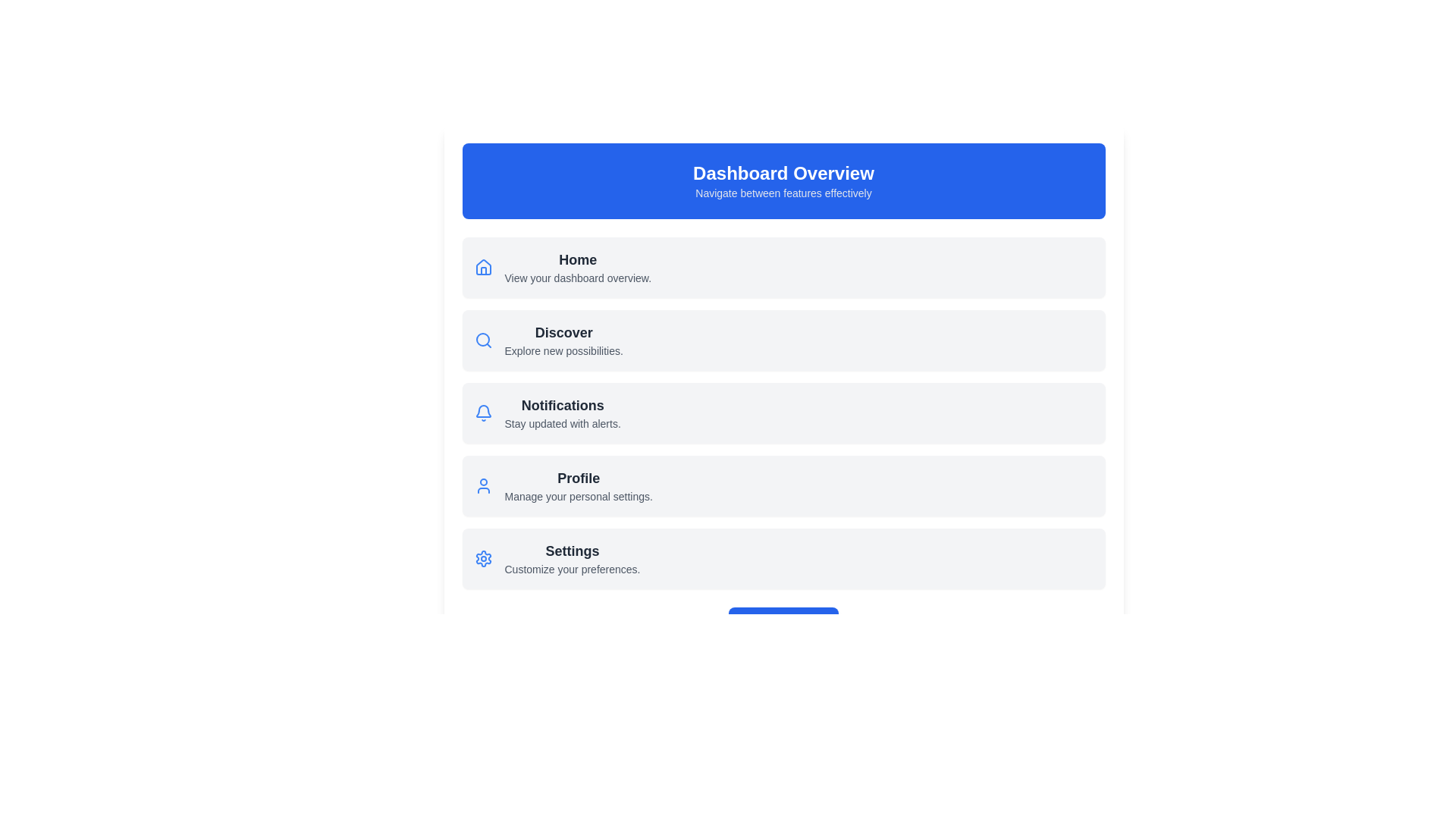 The width and height of the screenshot is (1456, 819). Describe the element at coordinates (577, 267) in the screenshot. I see `the 'Home' label and its accompanying description, which is styled with a modern design and located below the 'Dashboard Overview' title` at that location.